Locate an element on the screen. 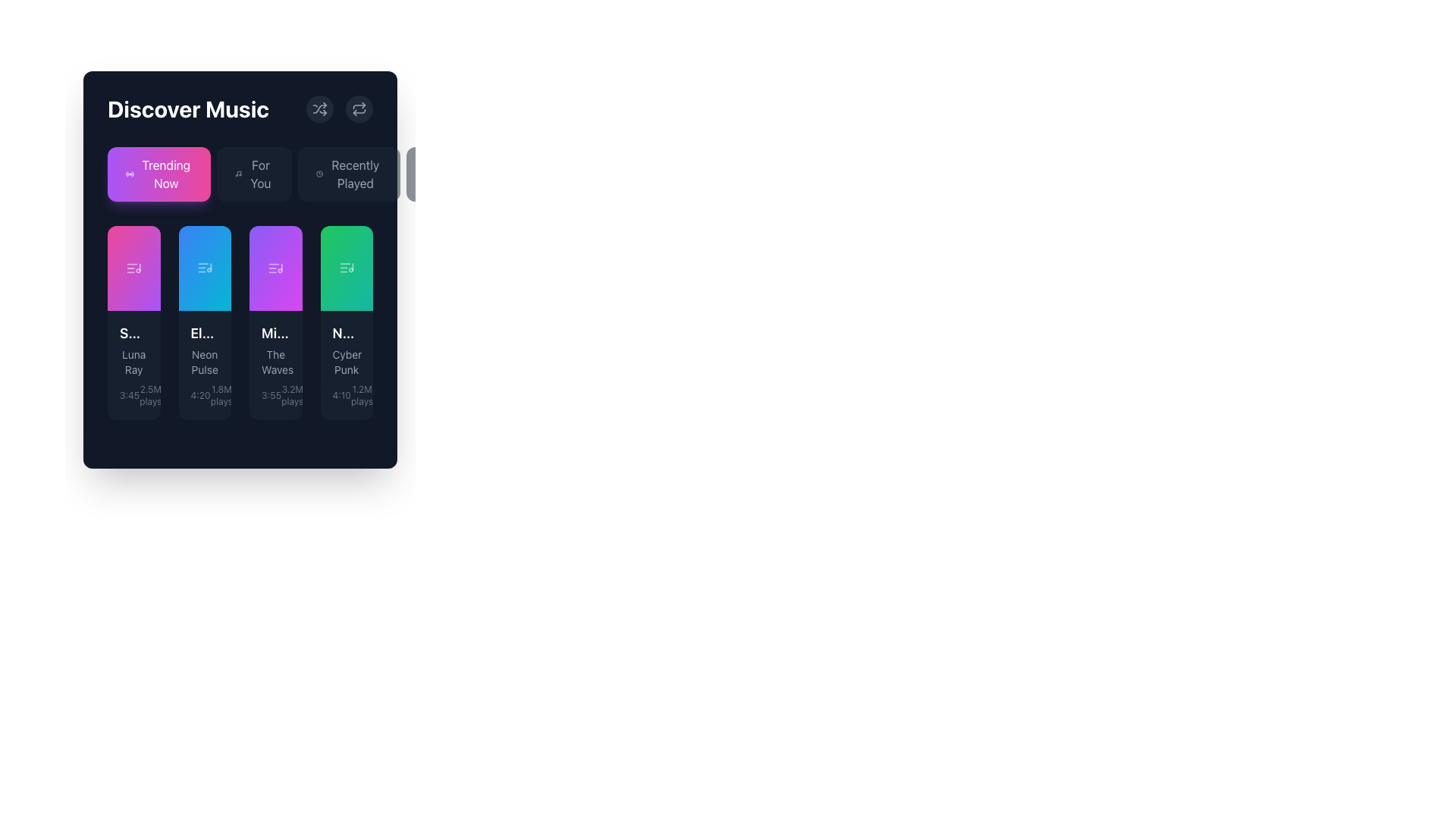 Image resolution: width=1456 pixels, height=819 pixels. the 'Trending Now' button, which is a rectangular button with a gradient background from purple to pink, featuring white text and a small icon on the left side, located in the top left of the 'Discover Music' card is located at coordinates (158, 174).